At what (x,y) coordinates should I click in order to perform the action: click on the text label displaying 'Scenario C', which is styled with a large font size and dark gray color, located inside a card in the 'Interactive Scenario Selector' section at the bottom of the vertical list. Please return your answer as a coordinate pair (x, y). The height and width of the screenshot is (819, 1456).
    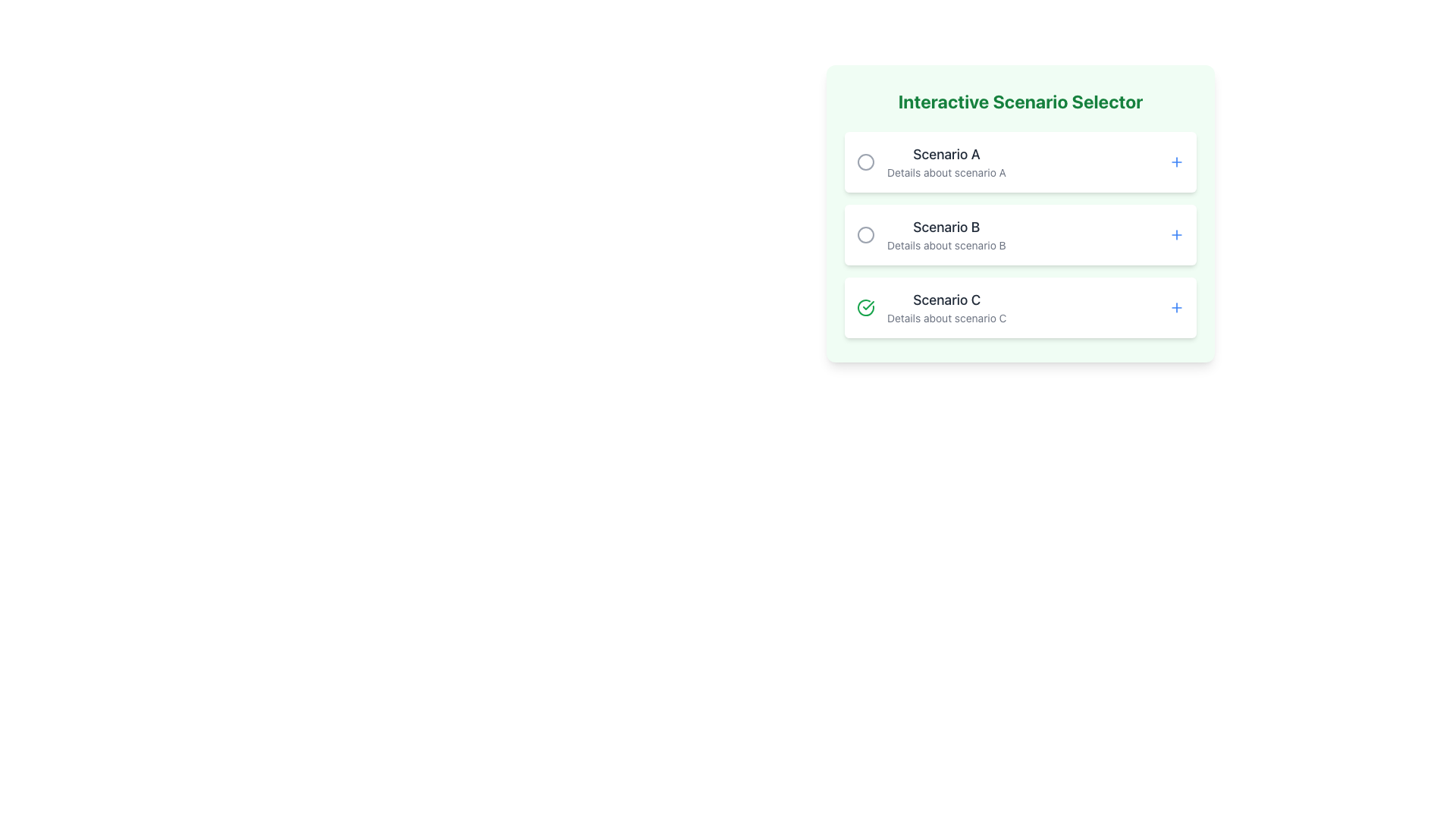
    Looking at the image, I should click on (946, 300).